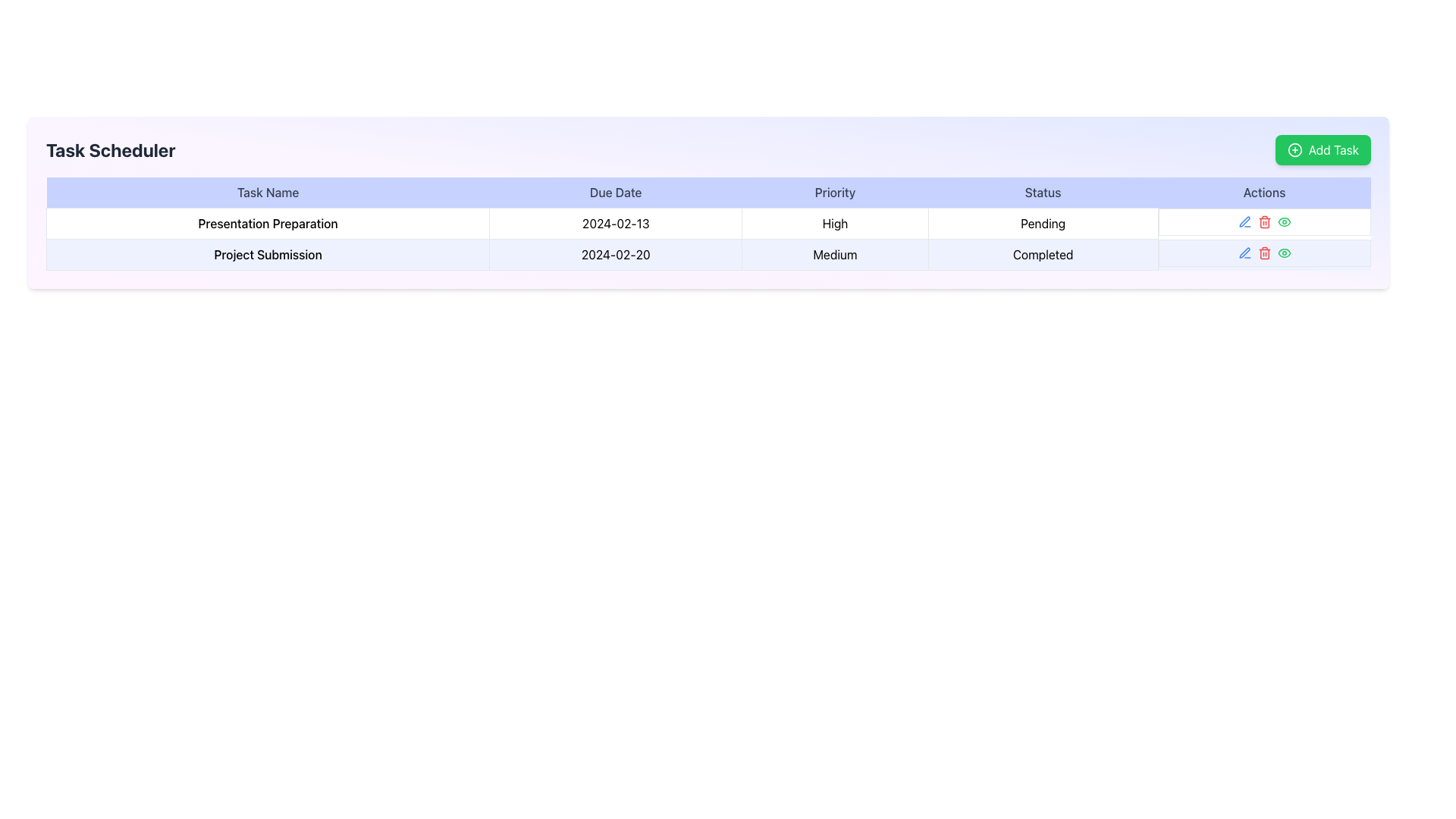 This screenshot has height=819, width=1456. I want to click on the task name cell in the first row of the task scheduler table, which is located under the 'Task Name' column and is the leftmost cell, so click(268, 223).